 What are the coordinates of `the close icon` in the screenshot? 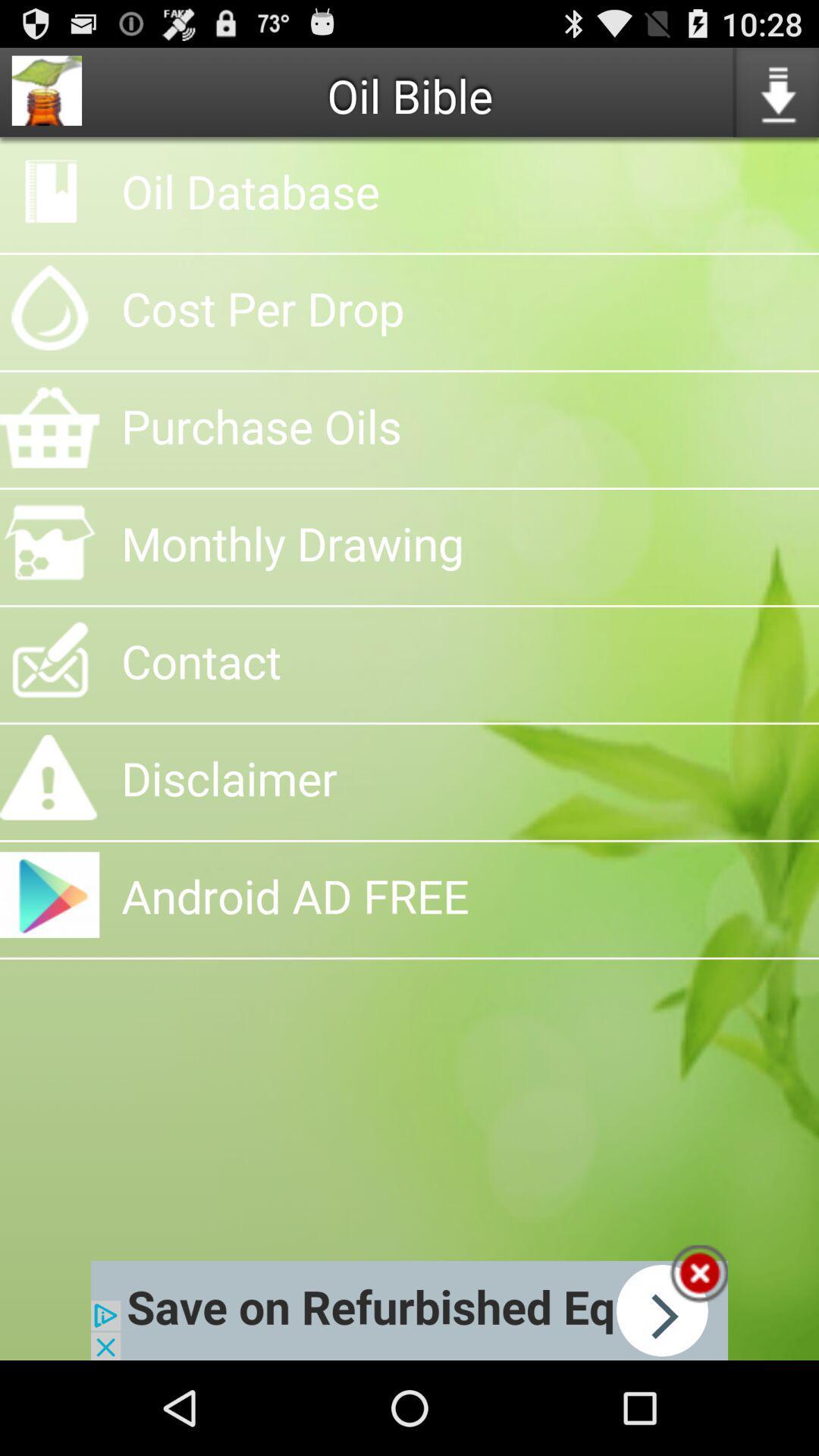 It's located at (698, 1363).